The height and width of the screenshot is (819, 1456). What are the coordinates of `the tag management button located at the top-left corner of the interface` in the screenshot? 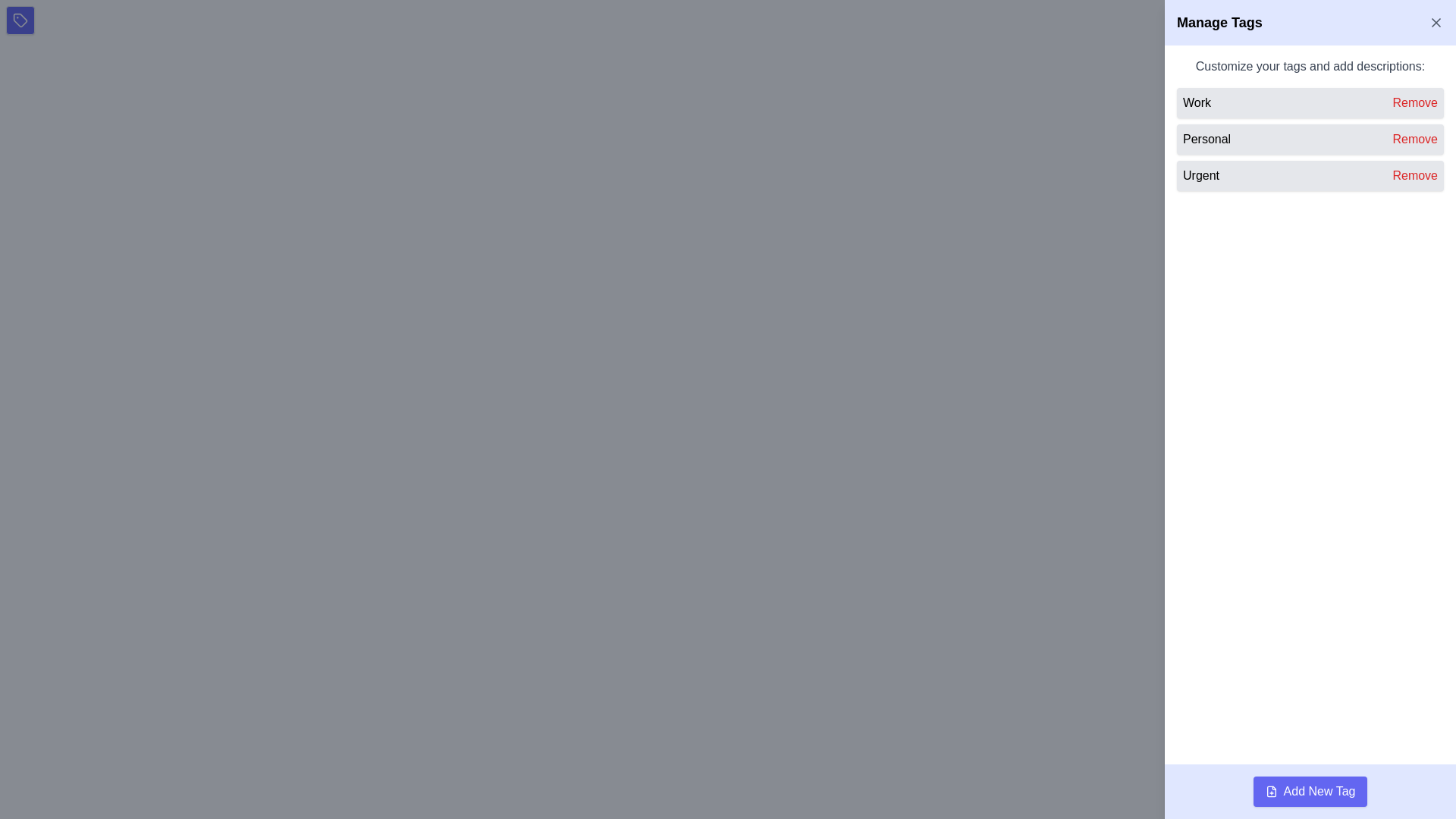 It's located at (20, 20).